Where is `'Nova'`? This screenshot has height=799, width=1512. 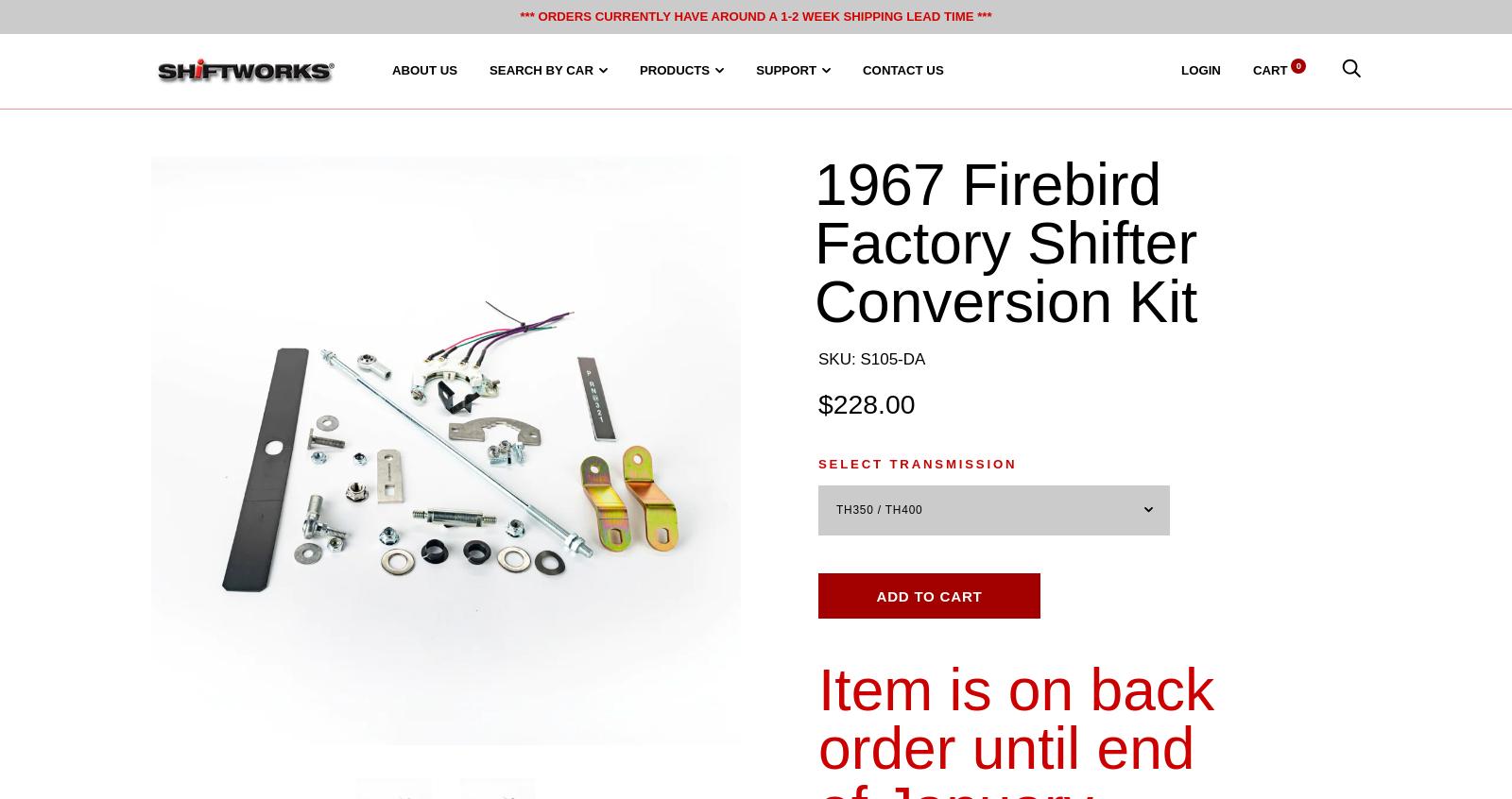
'Nova' is located at coordinates (741, 552).